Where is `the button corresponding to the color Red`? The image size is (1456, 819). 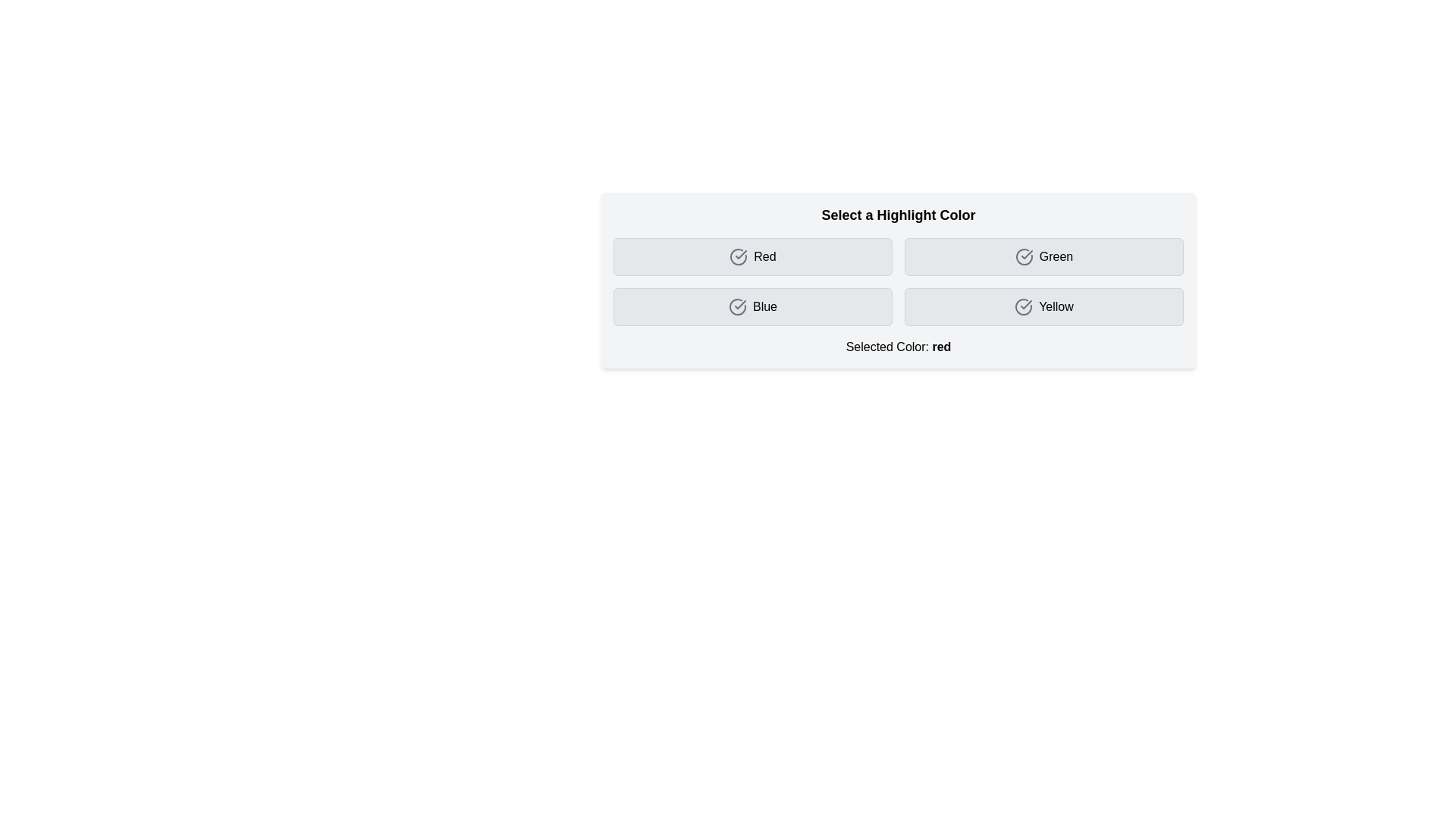 the button corresponding to the color Red is located at coordinates (753, 256).